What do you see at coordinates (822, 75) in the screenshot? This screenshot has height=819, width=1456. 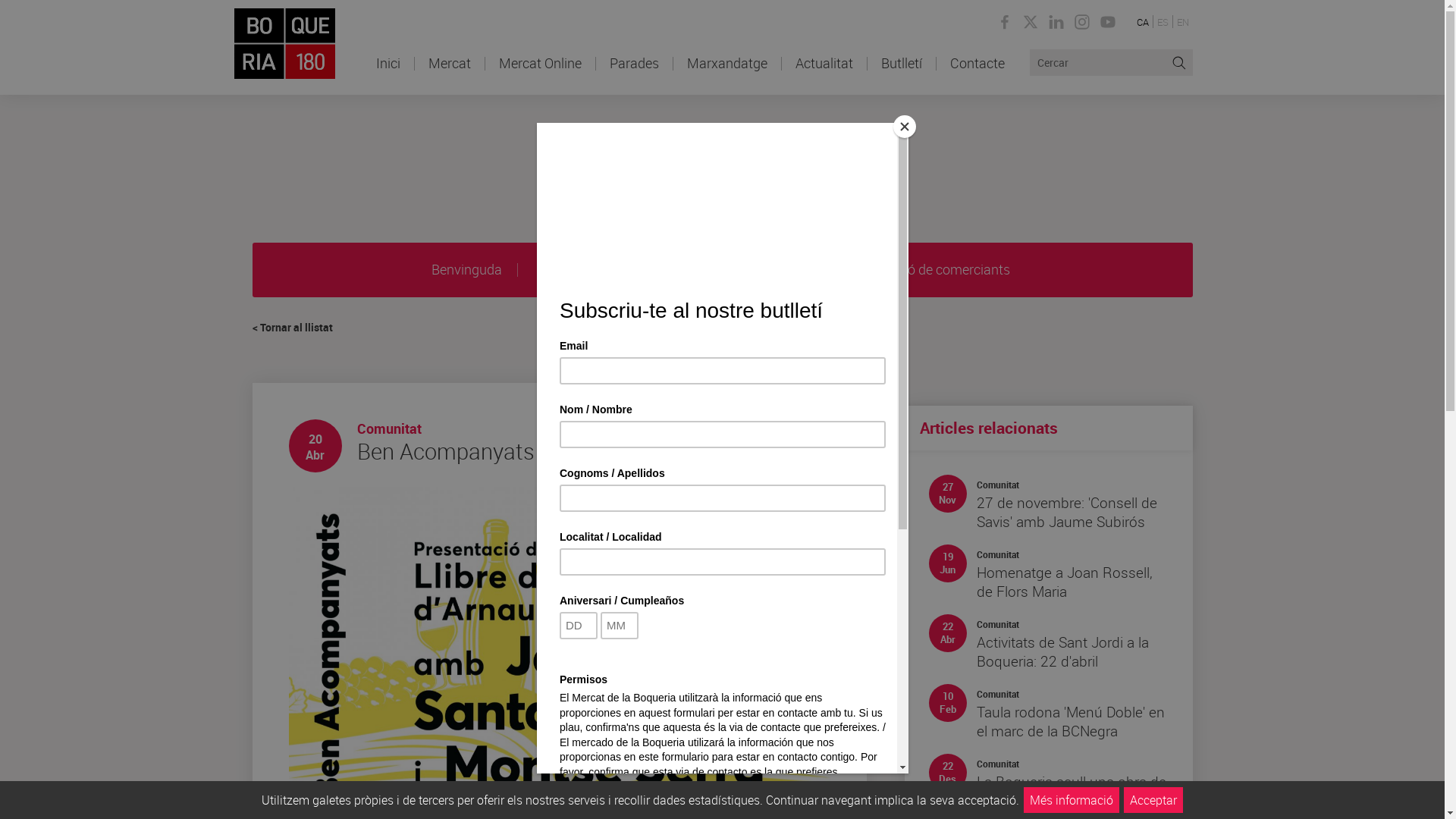 I see `'Actualitat'` at bounding box center [822, 75].